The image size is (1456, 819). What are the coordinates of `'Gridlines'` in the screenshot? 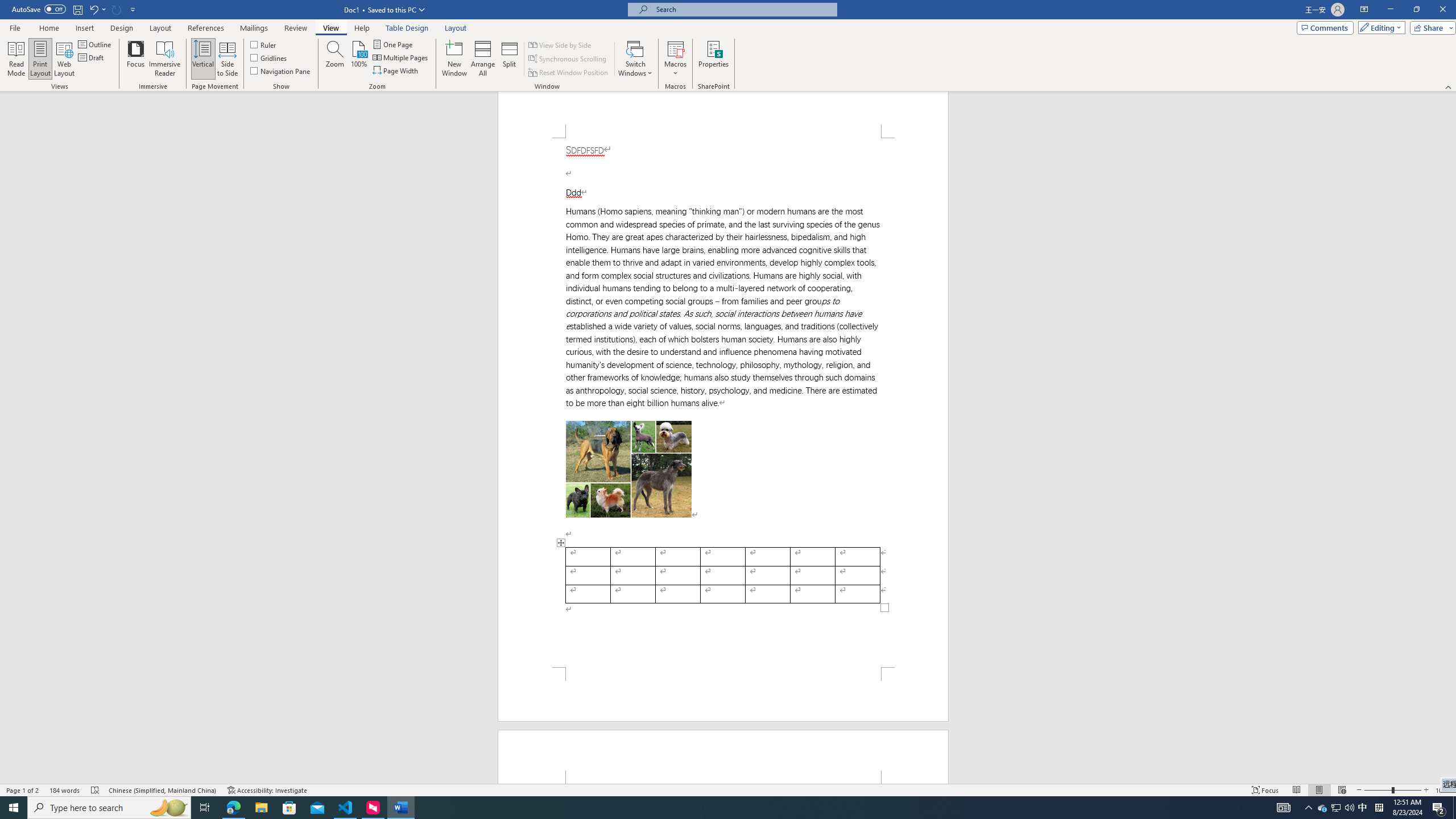 It's located at (269, 56).